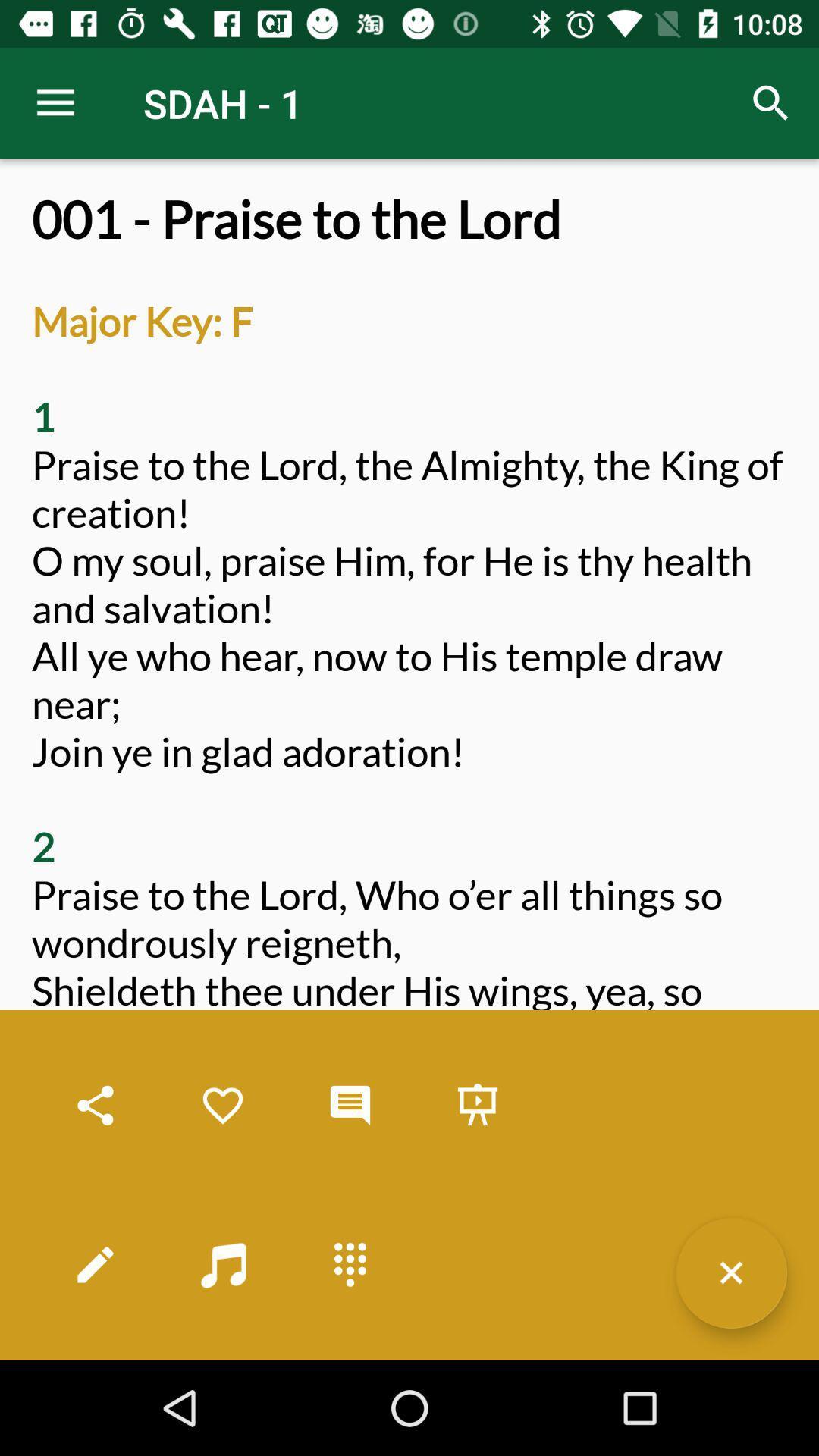 Image resolution: width=819 pixels, height=1456 pixels. What do you see at coordinates (222, 1106) in the screenshot?
I see `the favorite icon` at bounding box center [222, 1106].